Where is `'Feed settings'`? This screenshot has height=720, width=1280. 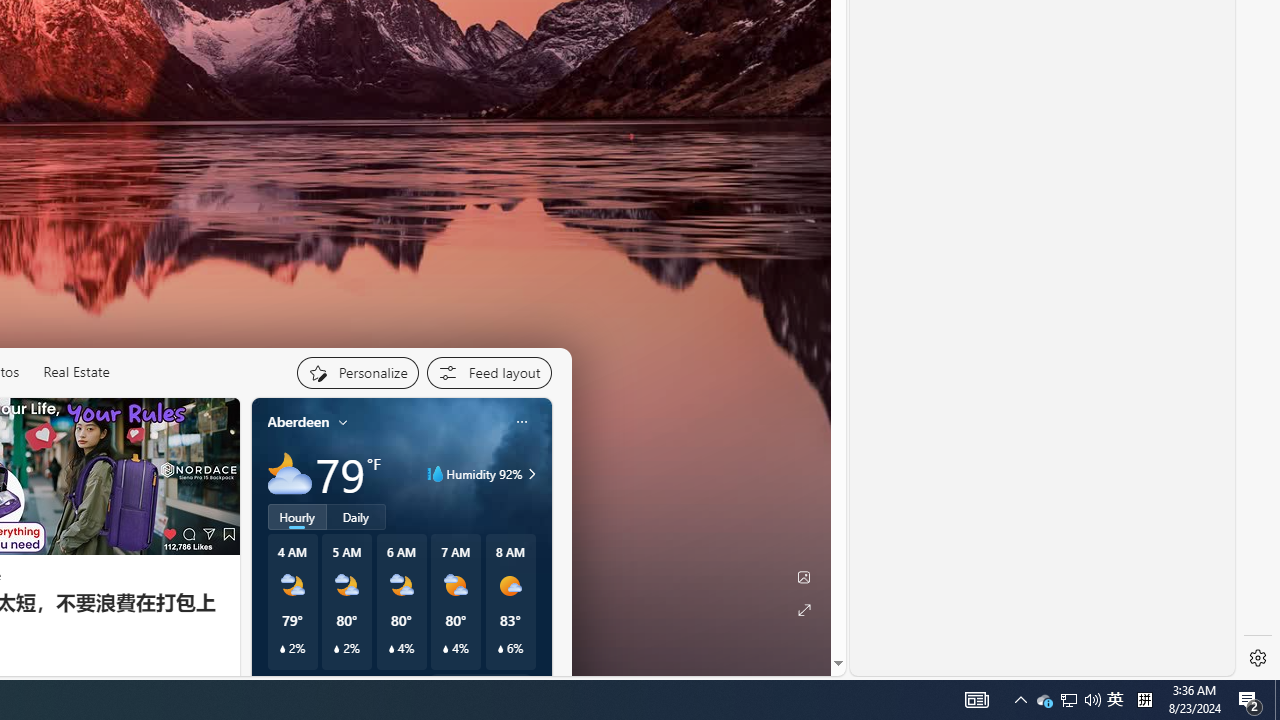
'Feed settings' is located at coordinates (488, 372).